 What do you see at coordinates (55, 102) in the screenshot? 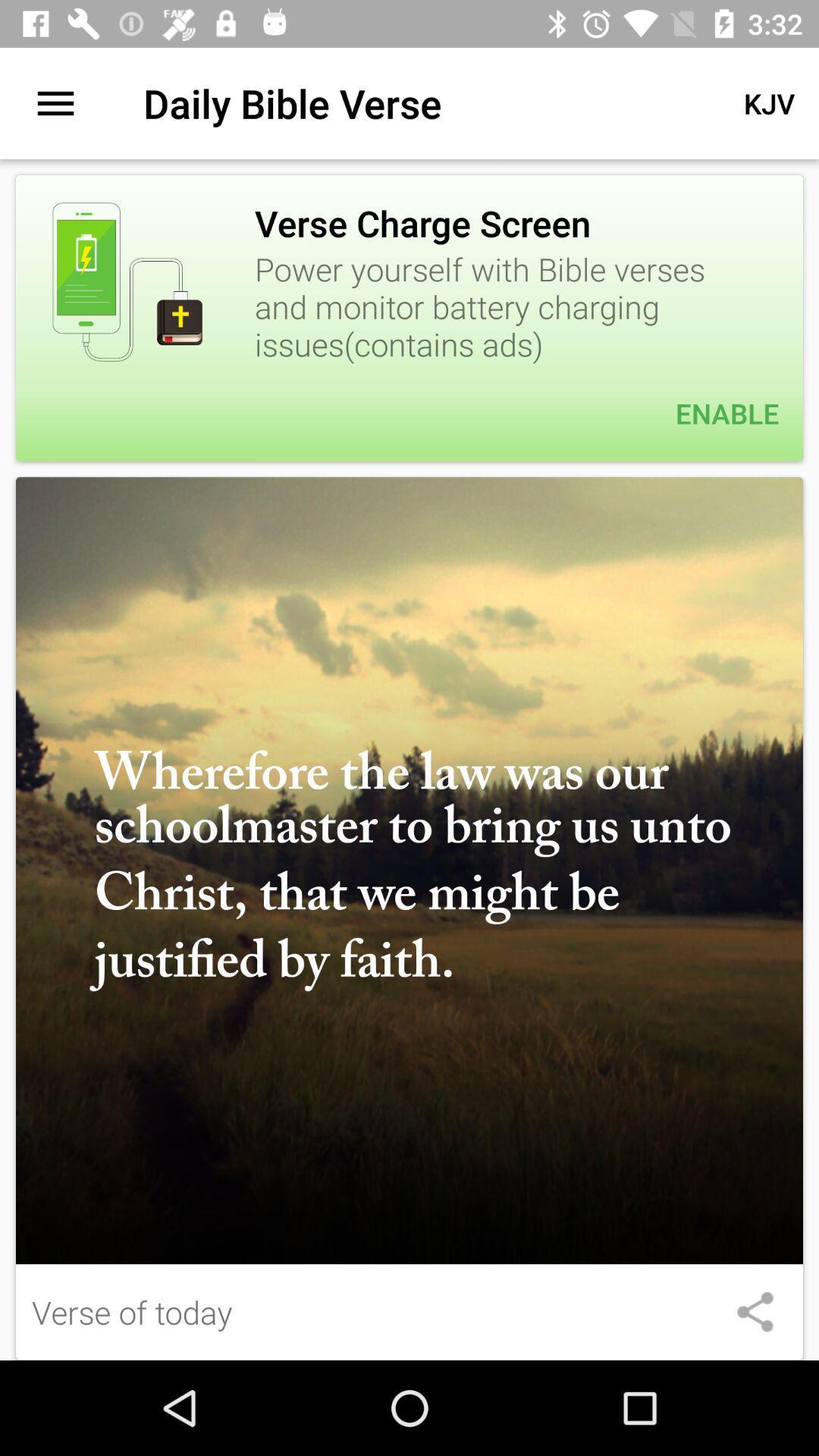
I see `icon next to the daily bible verse app` at bounding box center [55, 102].